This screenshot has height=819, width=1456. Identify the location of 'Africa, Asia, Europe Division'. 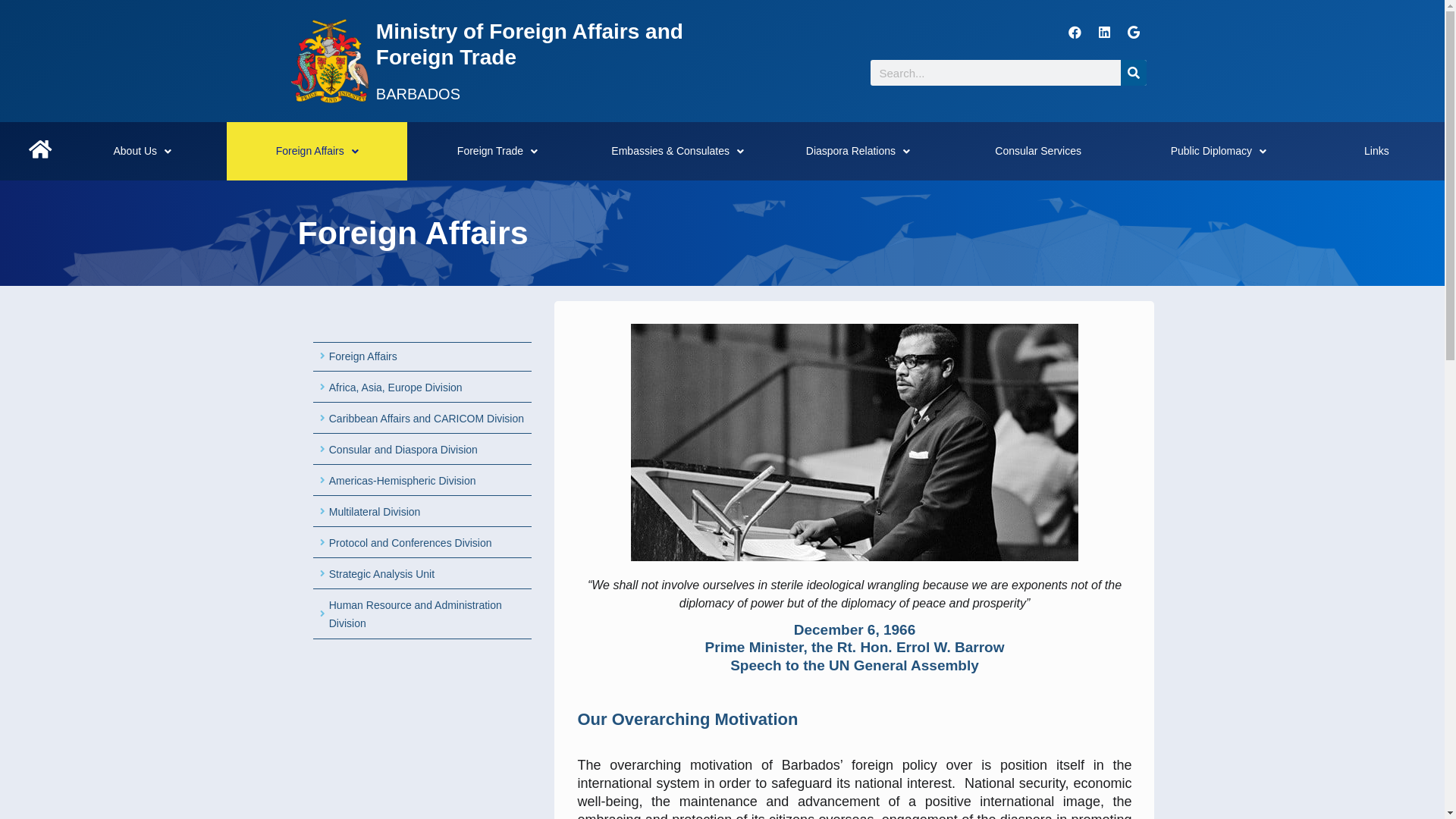
(422, 386).